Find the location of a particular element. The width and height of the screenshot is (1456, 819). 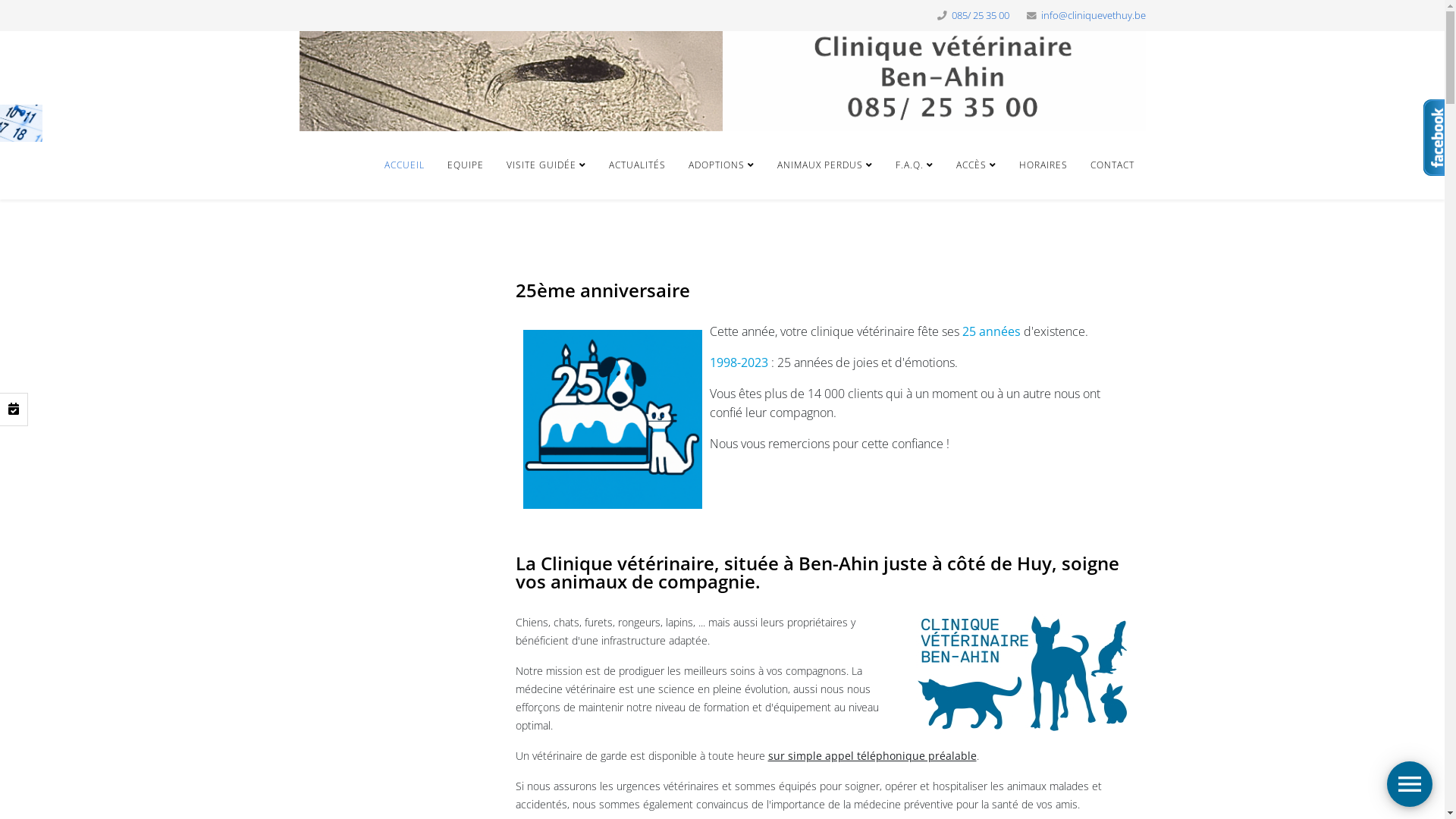

'ADOPTIONS' is located at coordinates (720, 165).